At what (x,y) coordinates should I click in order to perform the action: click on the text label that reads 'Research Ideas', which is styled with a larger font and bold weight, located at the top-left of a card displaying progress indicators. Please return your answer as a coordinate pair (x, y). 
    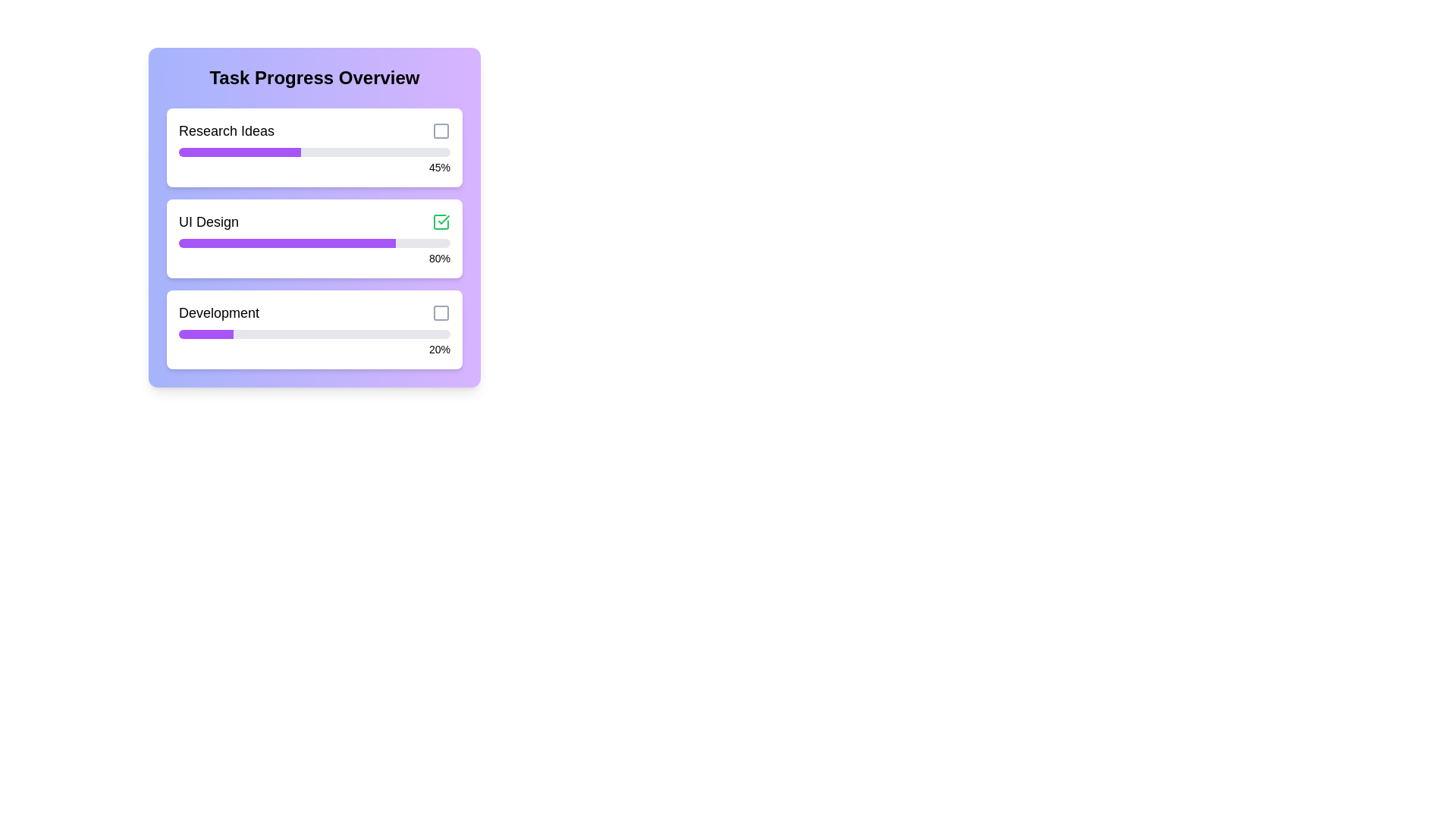
    Looking at the image, I should click on (225, 130).